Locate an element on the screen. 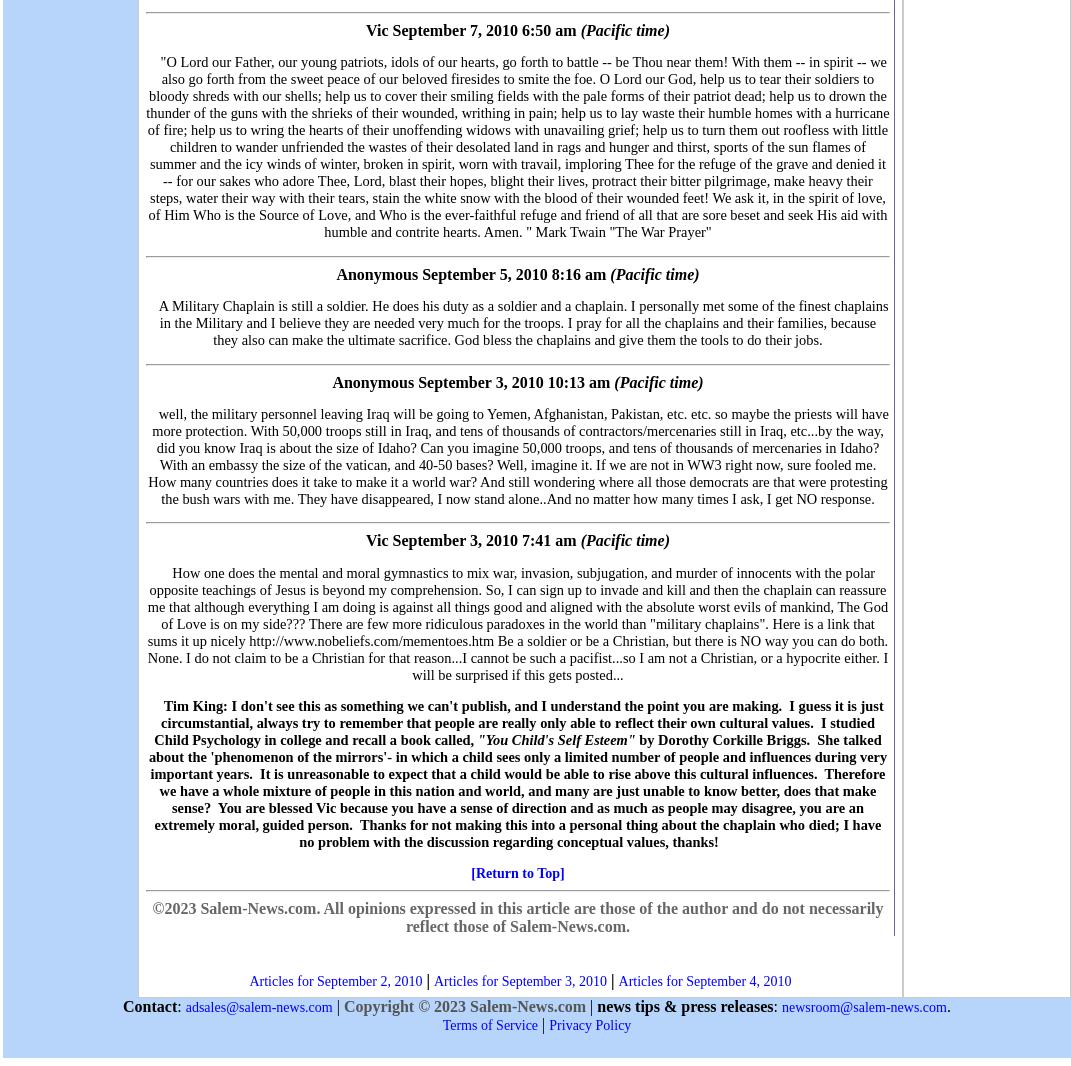  'Articles for September 2, 2010' is located at coordinates (334, 980).